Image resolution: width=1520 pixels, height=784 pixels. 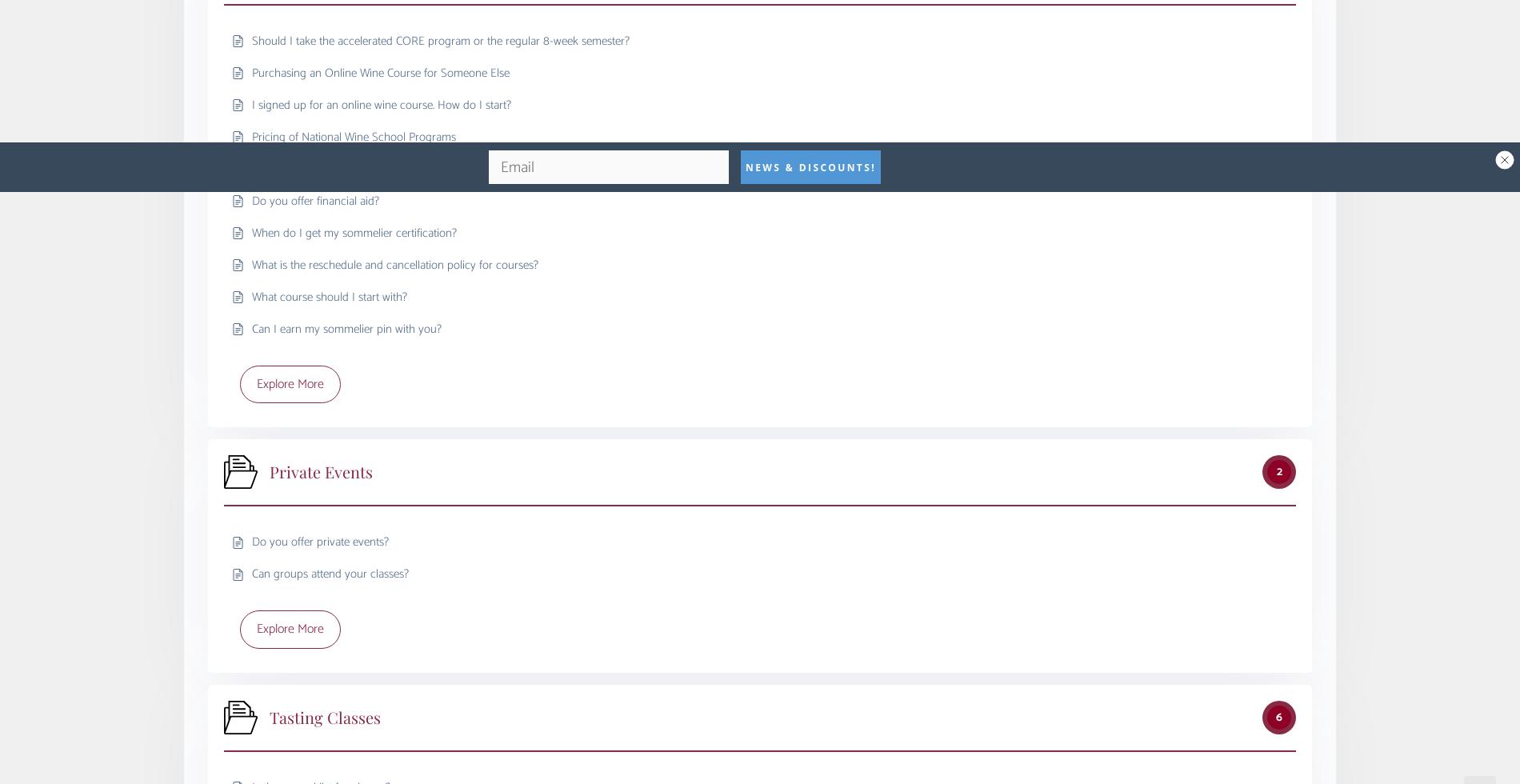 I want to click on '6', so click(x=1276, y=716).